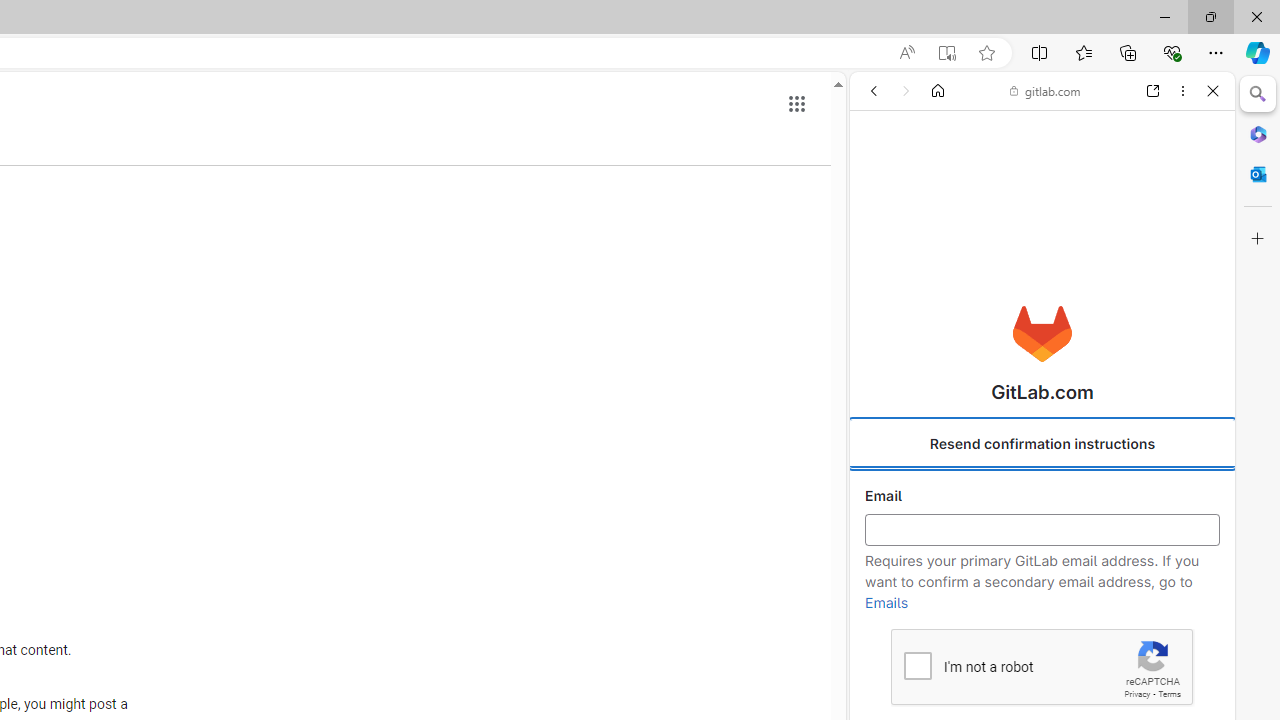 Image resolution: width=1280 pixels, height=720 pixels. Describe the element at coordinates (1169, 693) in the screenshot. I see `'Terms'` at that location.